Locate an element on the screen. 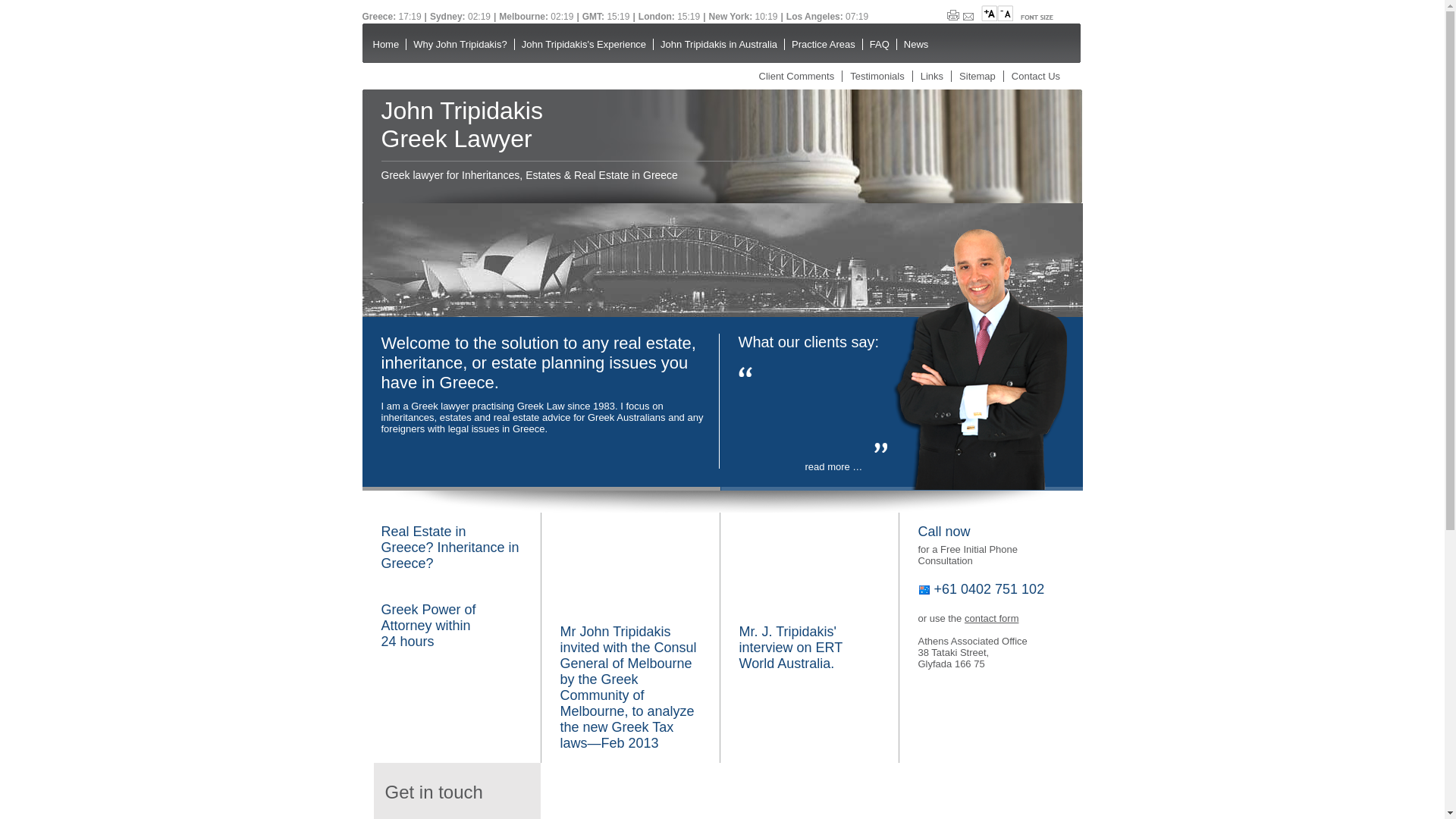  'John Tripidakis's Experience' is located at coordinates (582, 43).